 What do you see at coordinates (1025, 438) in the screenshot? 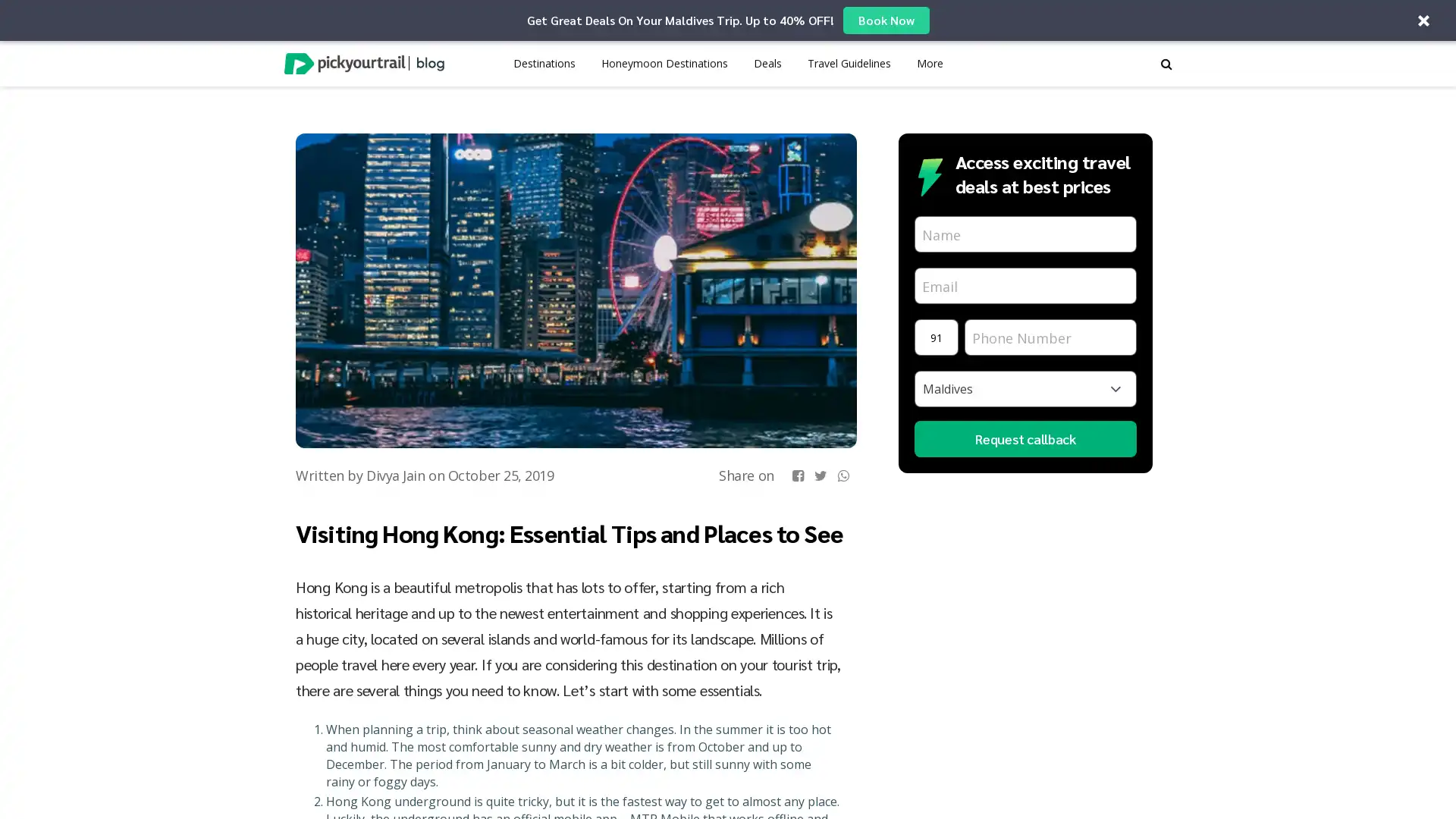
I see `Request callback` at bounding box center [1025, 438].